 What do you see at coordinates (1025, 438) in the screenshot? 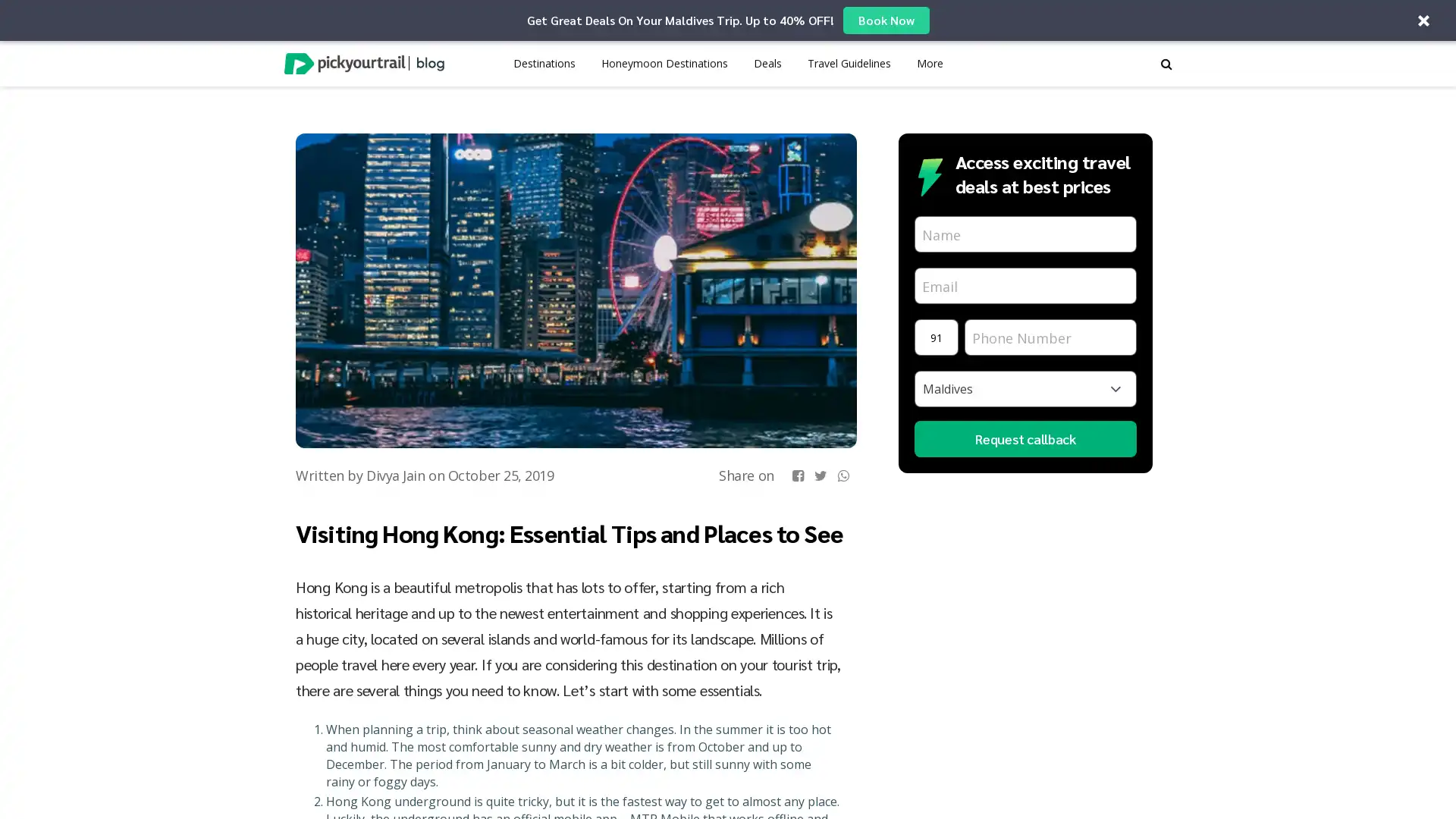
I see `Request callback` at bounding box center [1025, 438].